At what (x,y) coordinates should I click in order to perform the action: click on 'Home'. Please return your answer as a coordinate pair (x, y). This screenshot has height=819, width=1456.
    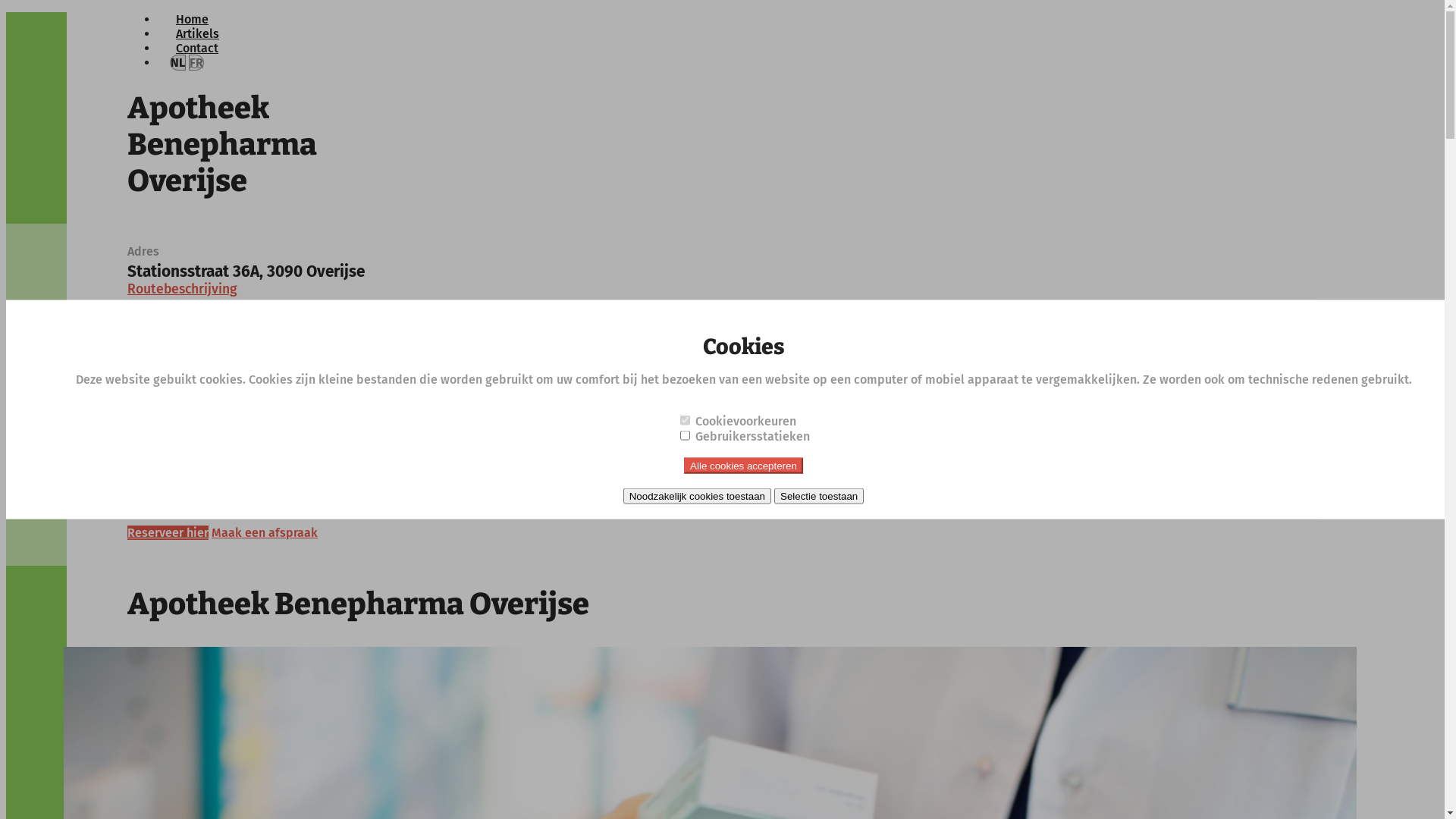
    Looking at the image, I should click on (191, 19).